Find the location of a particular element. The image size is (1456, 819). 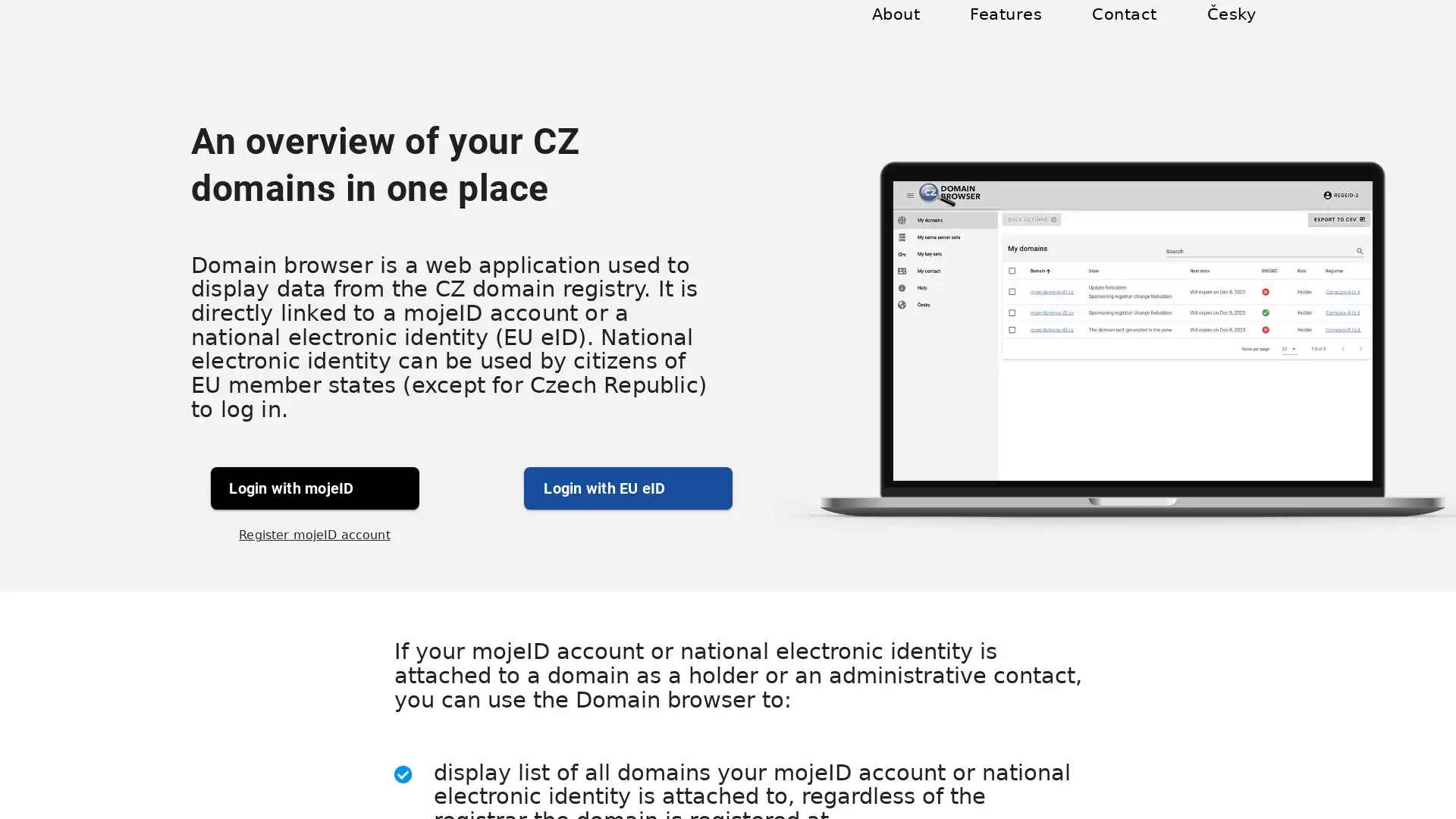

Contact is located at coordinates (1130, 32).